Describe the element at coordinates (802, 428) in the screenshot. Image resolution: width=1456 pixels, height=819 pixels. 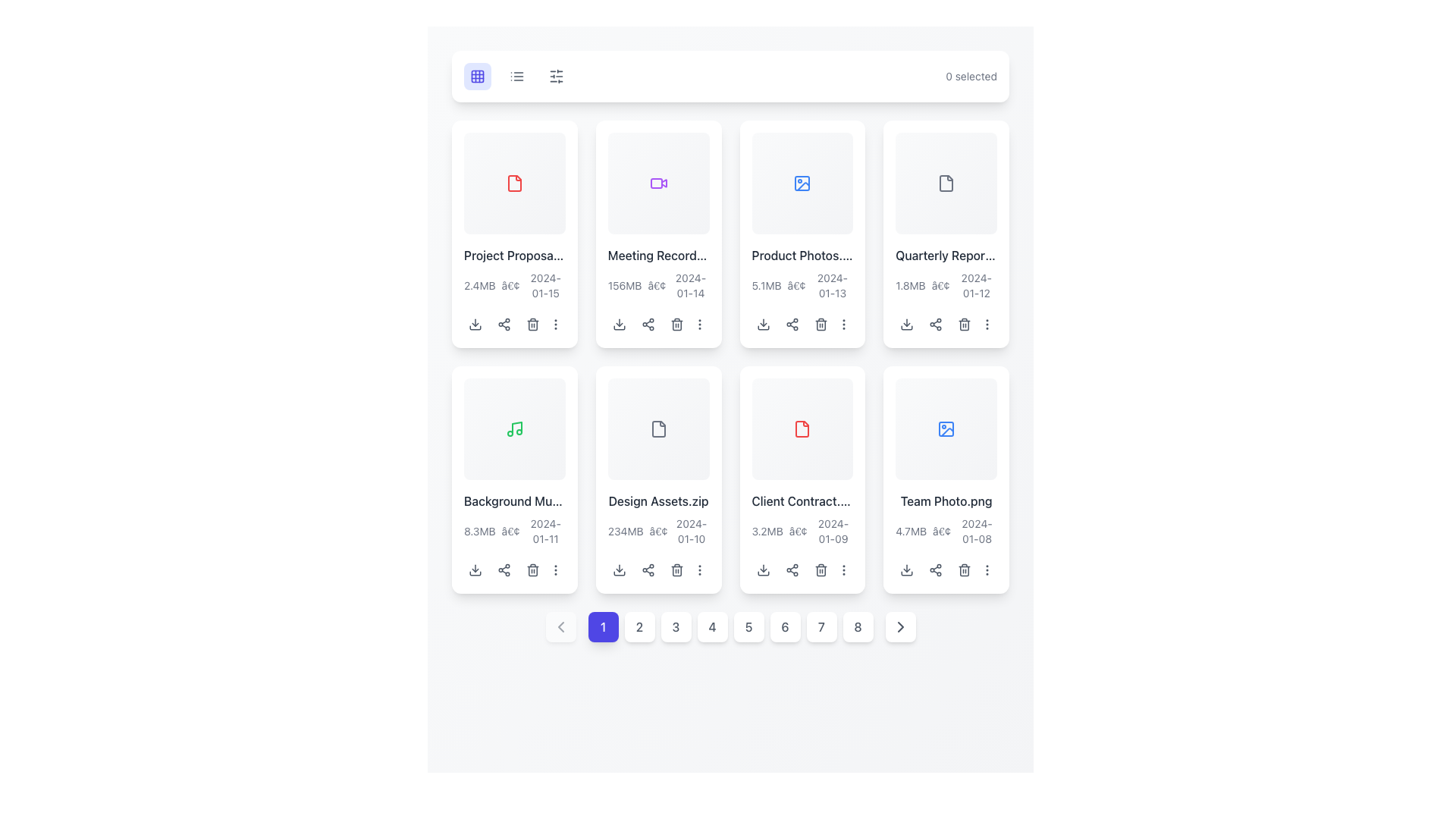
I see `the file icon representing the 'Client Contract.pdf' document in the second row, fourth column of the grid layout for additional details about the document` at that location.